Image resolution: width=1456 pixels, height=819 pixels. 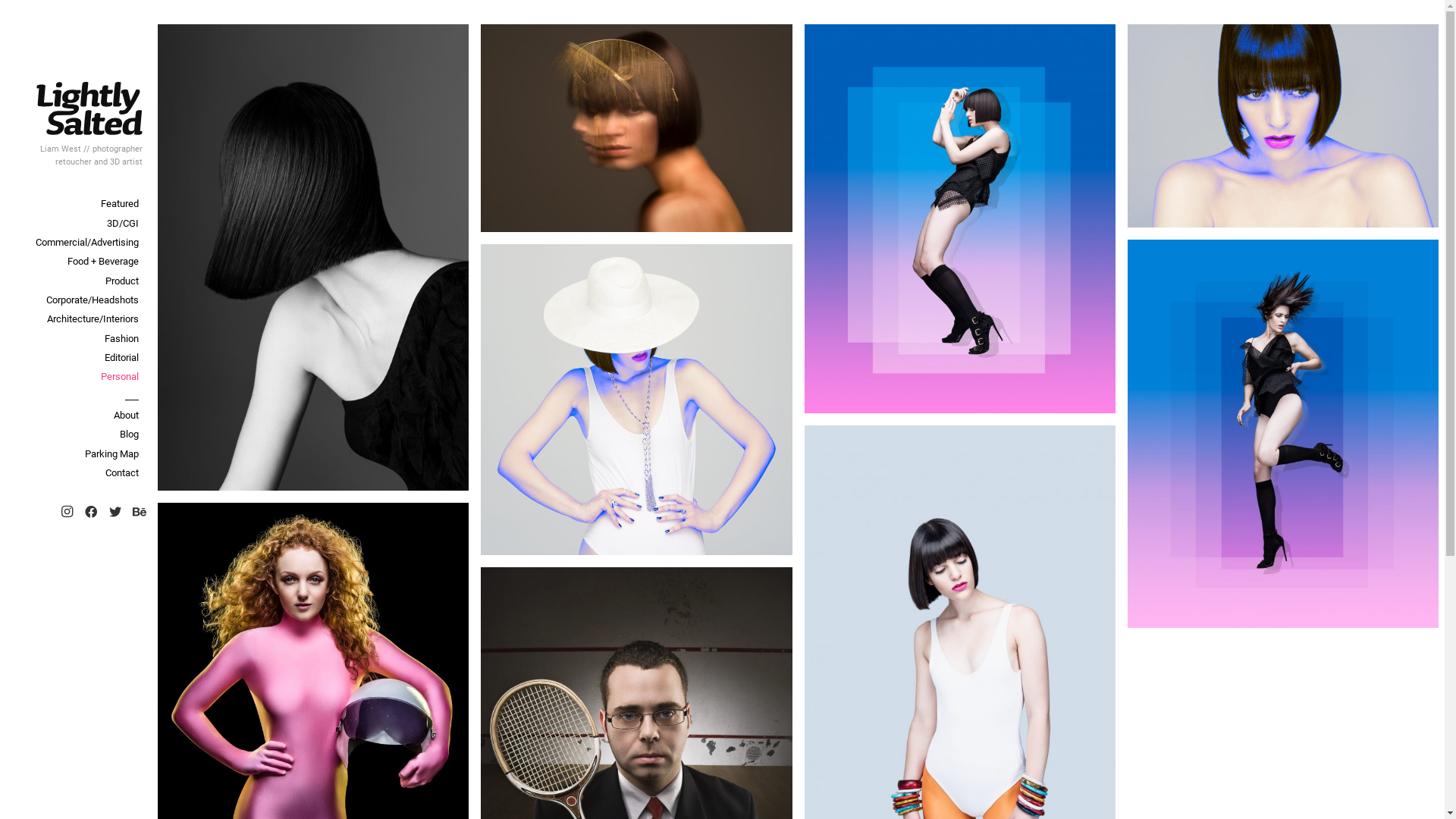 What do you see at coordinates (75, 472) in the screenshot?
I see `'Contact'` at bounding box center [75, 472].